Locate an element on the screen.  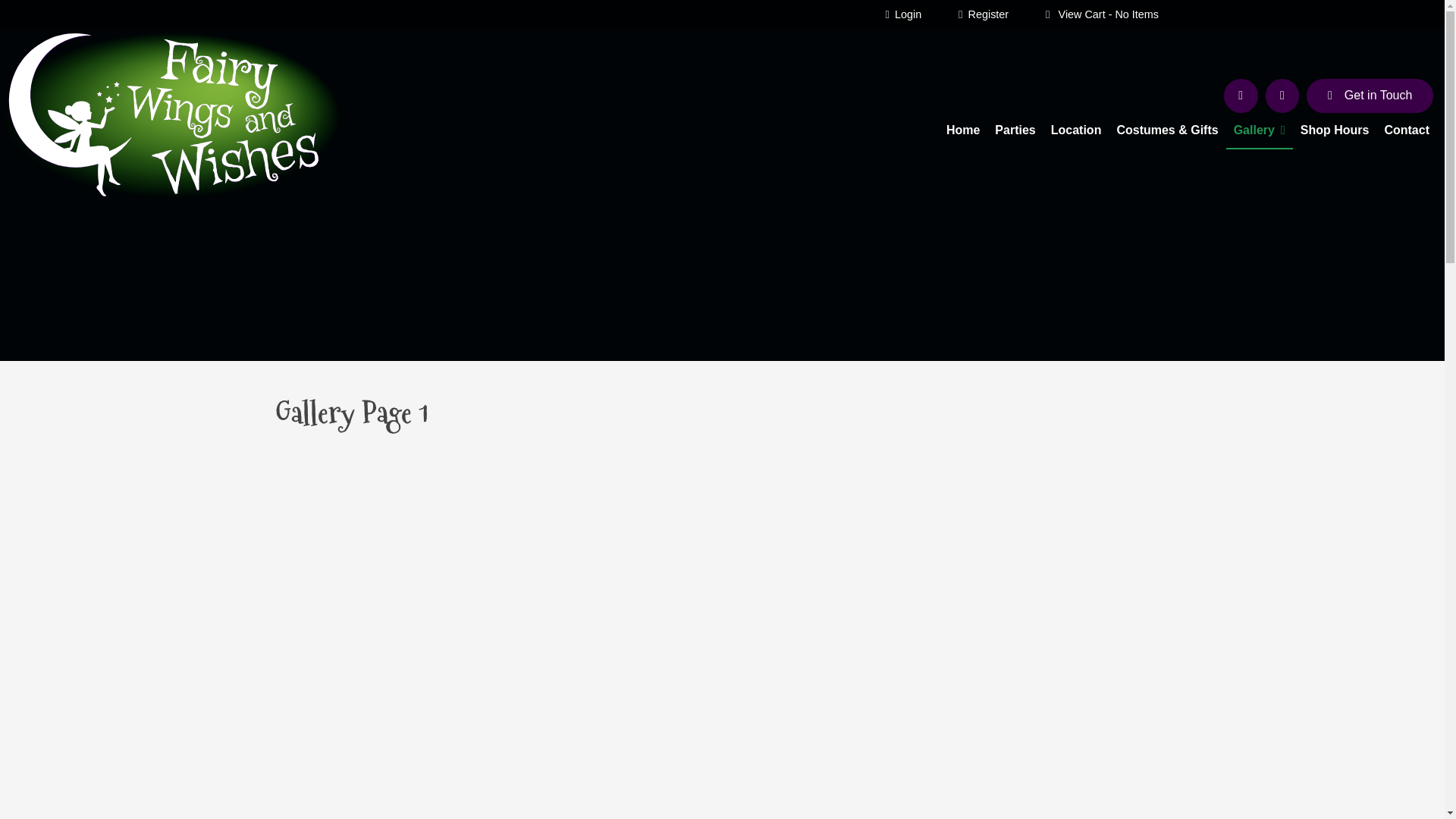
'Contact' is located at coordinates (1405, 130).